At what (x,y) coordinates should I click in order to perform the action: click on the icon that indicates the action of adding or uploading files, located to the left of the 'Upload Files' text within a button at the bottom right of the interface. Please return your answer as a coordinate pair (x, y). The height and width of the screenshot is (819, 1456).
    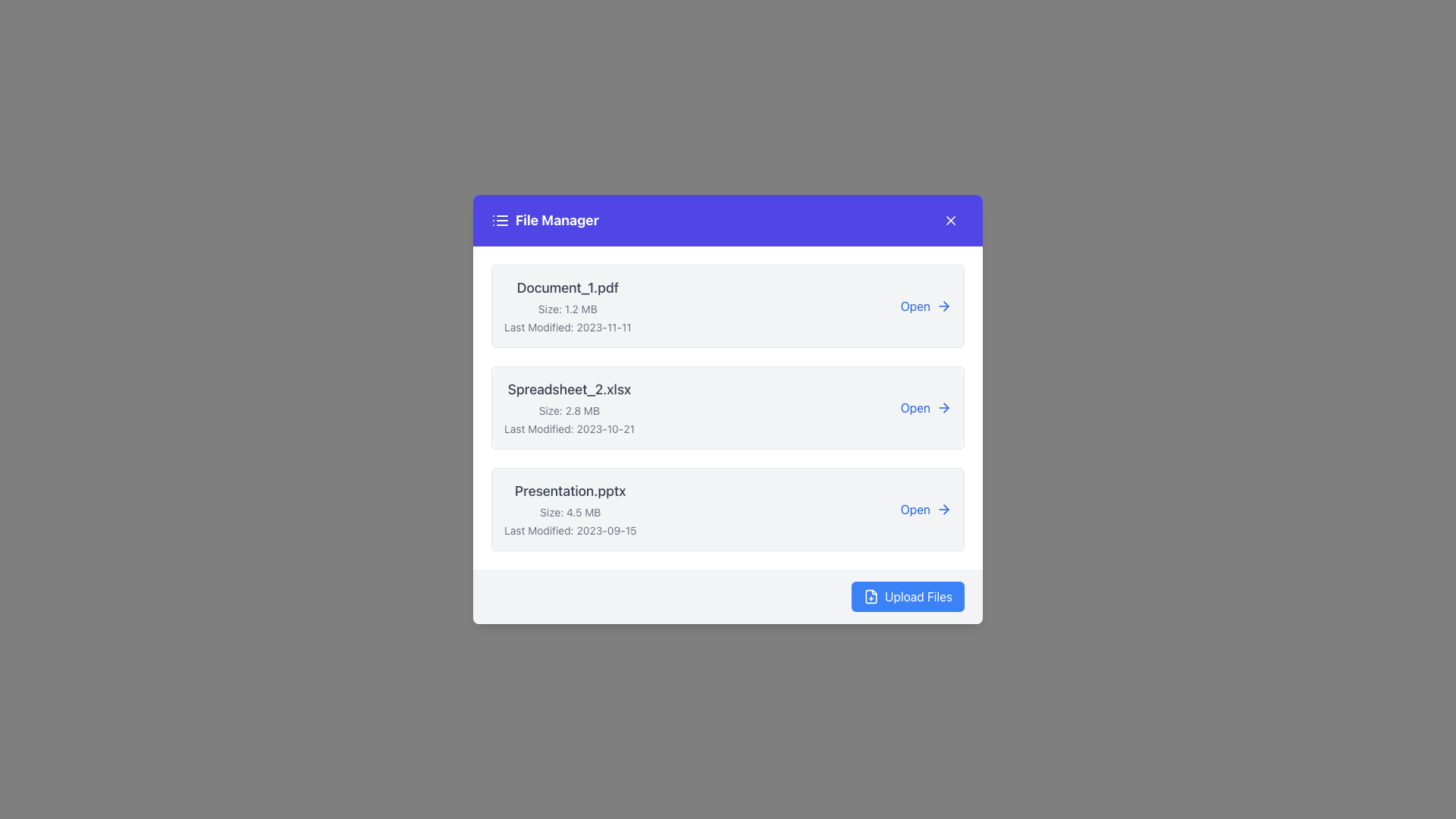
    Looking at the image, I should click on (871, 595).